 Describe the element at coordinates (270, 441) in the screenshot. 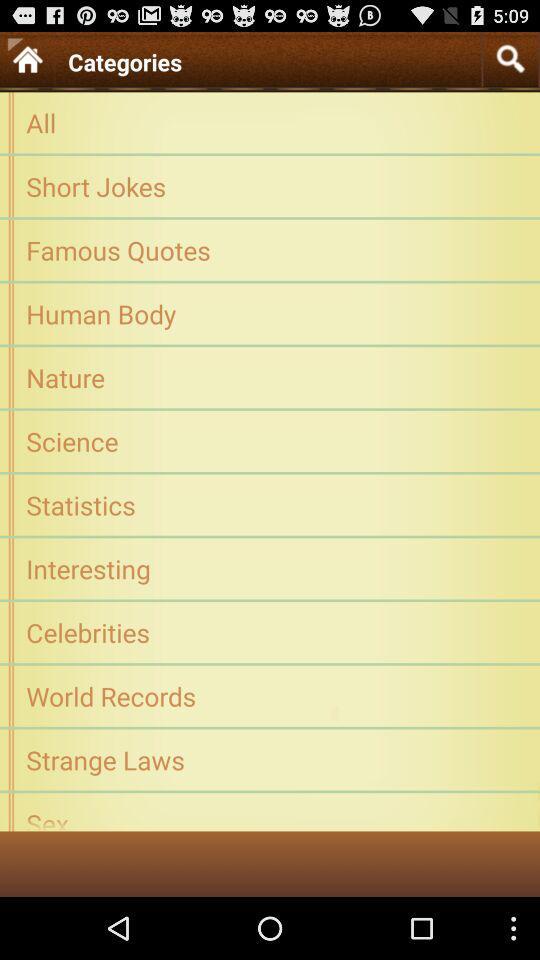

I see `the app above statistics` at that location.